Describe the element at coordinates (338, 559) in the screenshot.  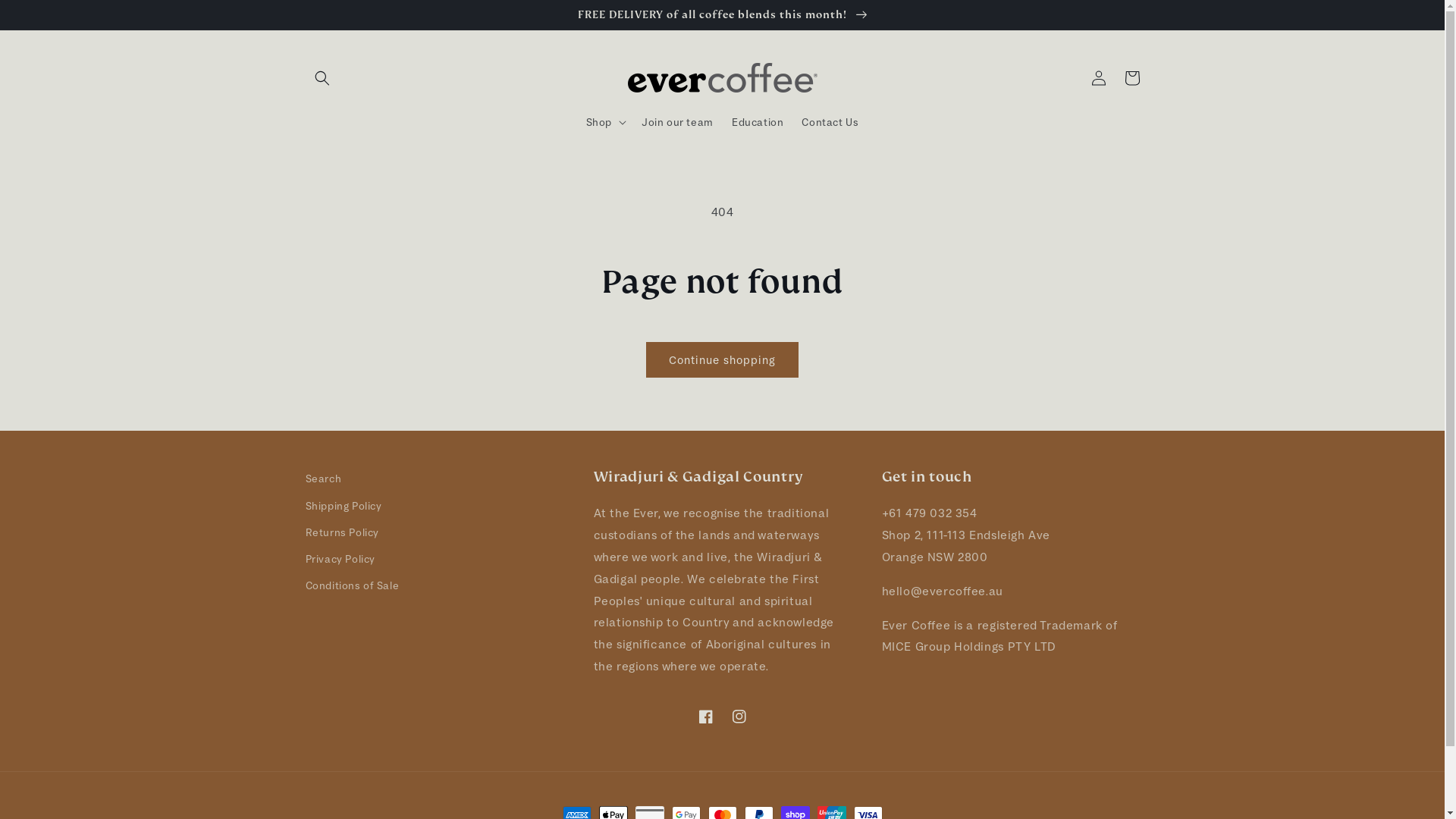
I see `'Privacy Policy'` at that location.